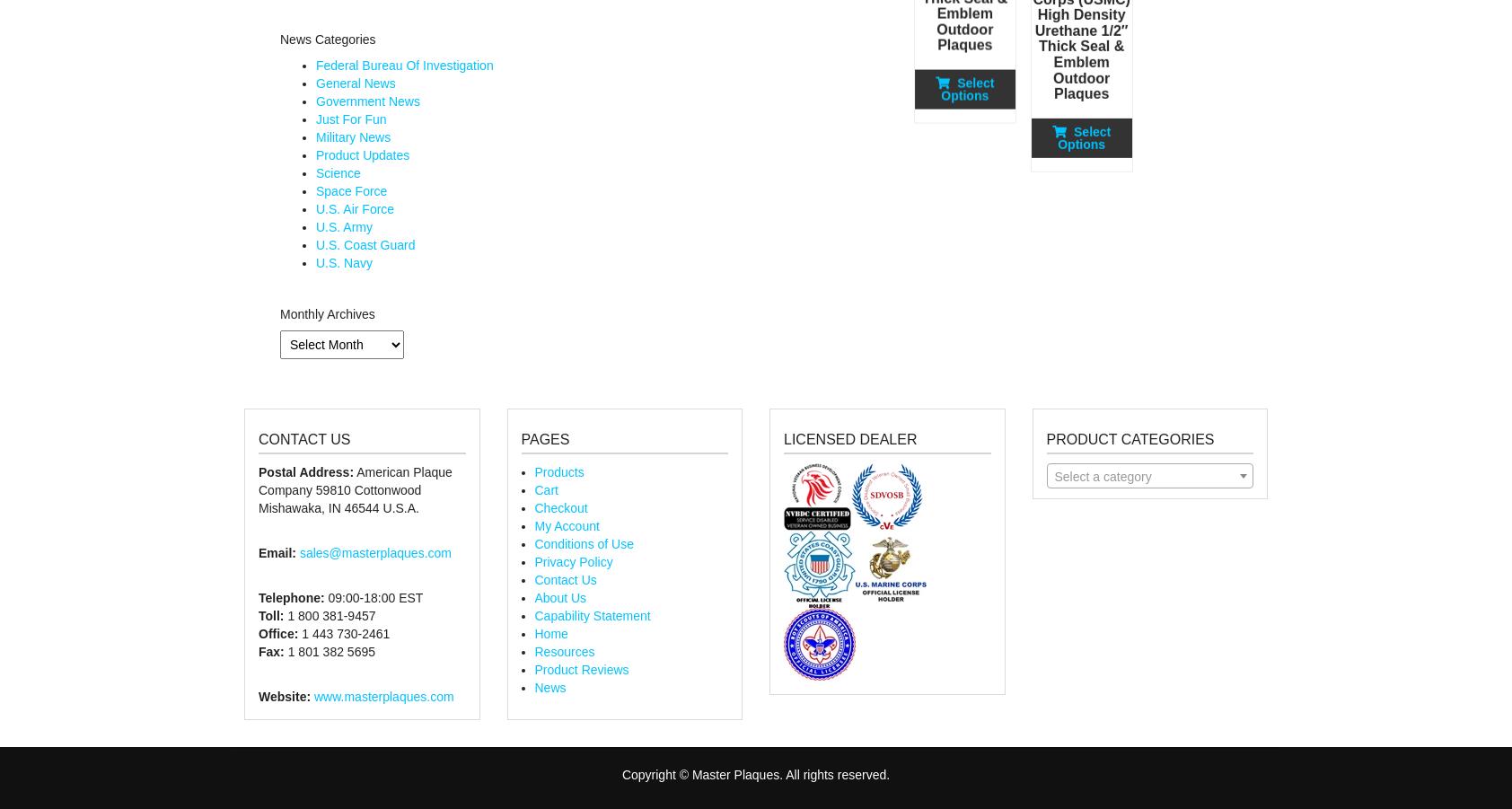 The width and height of the screenshot is (1512, 809). Describe the element at coordinates (343, 633) in the screenshot. I see `'1 443 730-2461'` at that location.